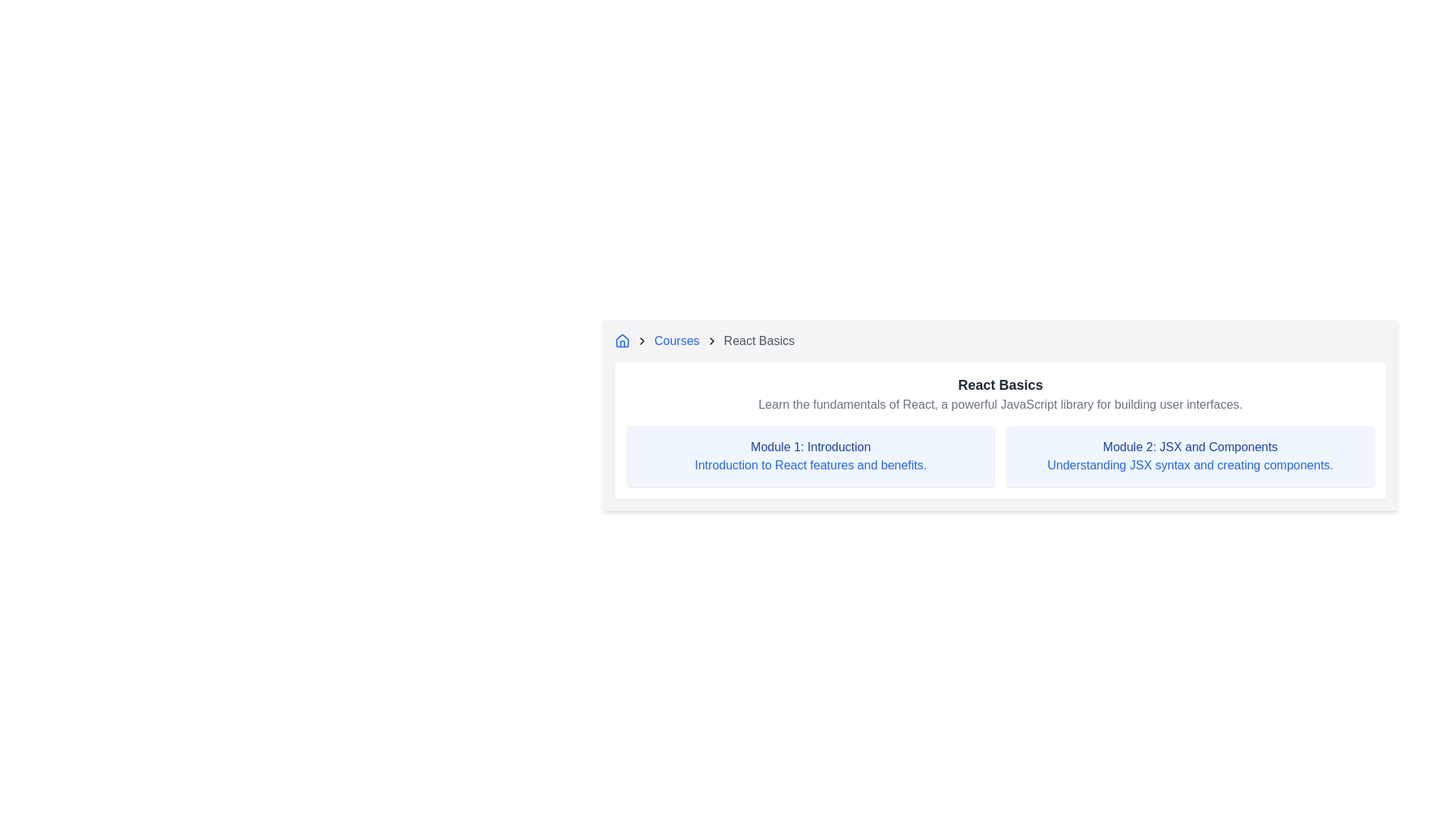  Describe the element at coordinates (622, 341) in the screenshot. I see `the home icon in the breadcrumb navigation bar` at that location.